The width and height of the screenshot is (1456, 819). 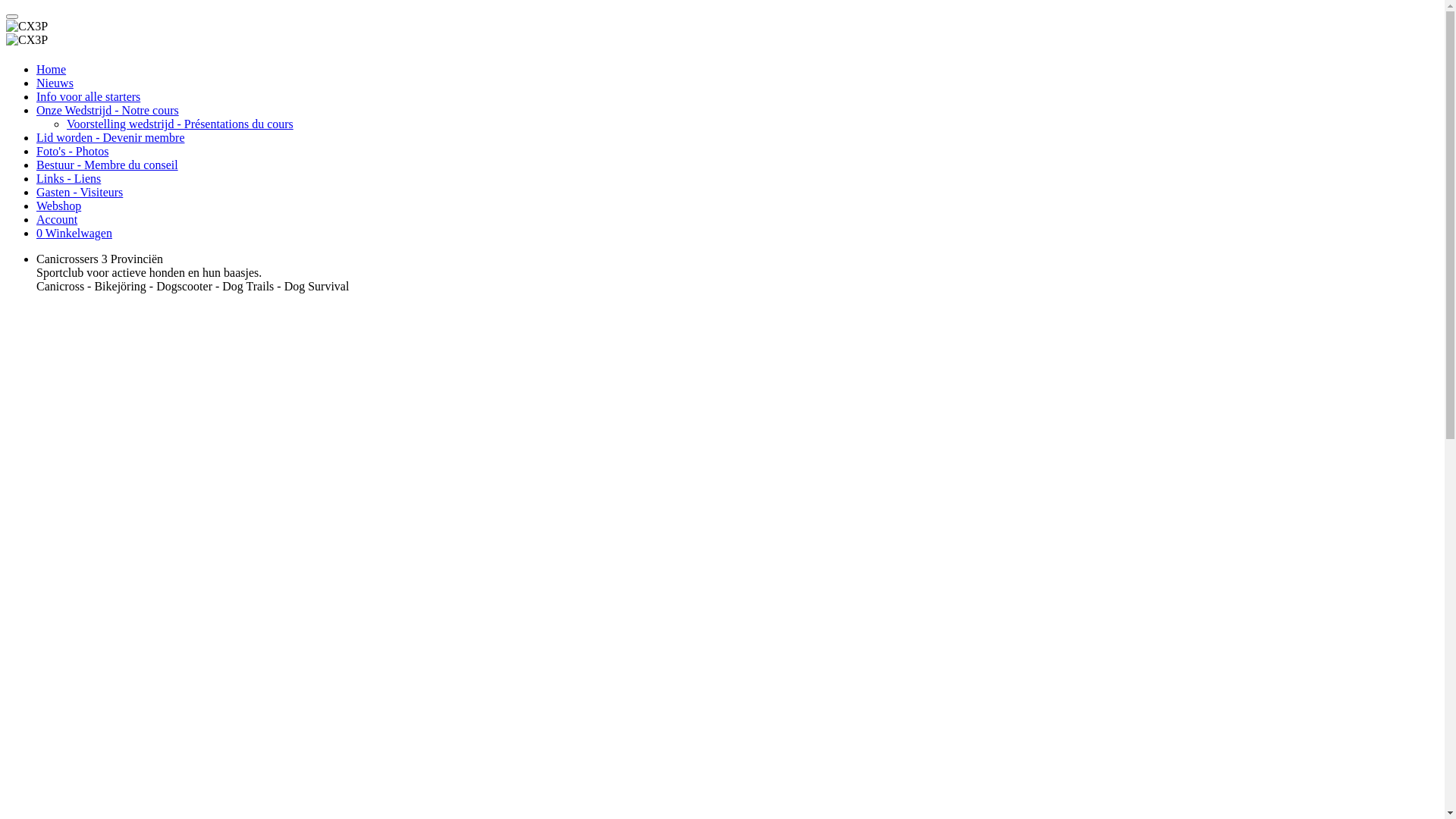 I want to click on 'Lid worden - Devenir membre', so click(x=36, y=137).